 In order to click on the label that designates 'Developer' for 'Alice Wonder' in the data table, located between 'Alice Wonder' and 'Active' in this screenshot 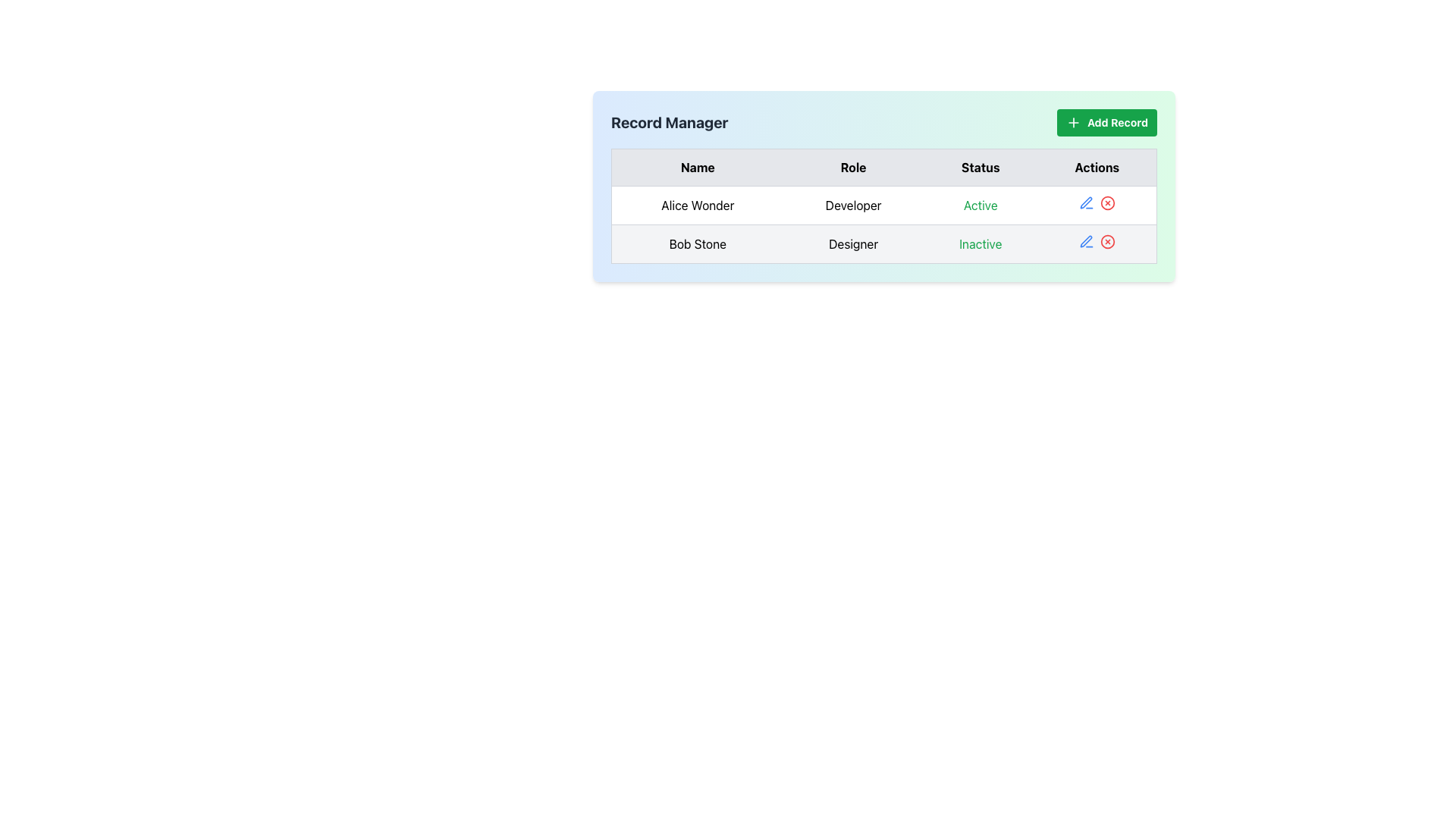, I will do `click(853, 205)`.